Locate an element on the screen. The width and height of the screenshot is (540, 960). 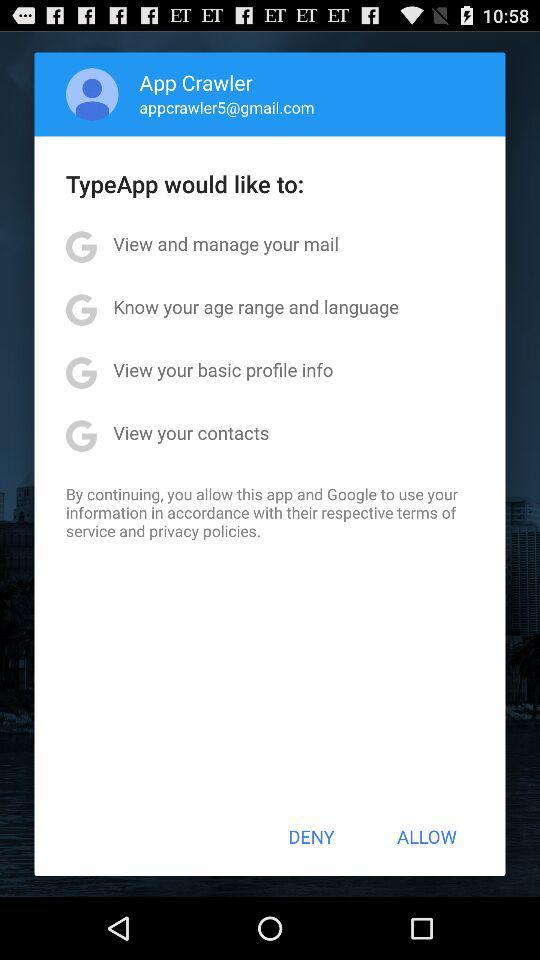
item at the bottom is located at coordinates (311, 836).